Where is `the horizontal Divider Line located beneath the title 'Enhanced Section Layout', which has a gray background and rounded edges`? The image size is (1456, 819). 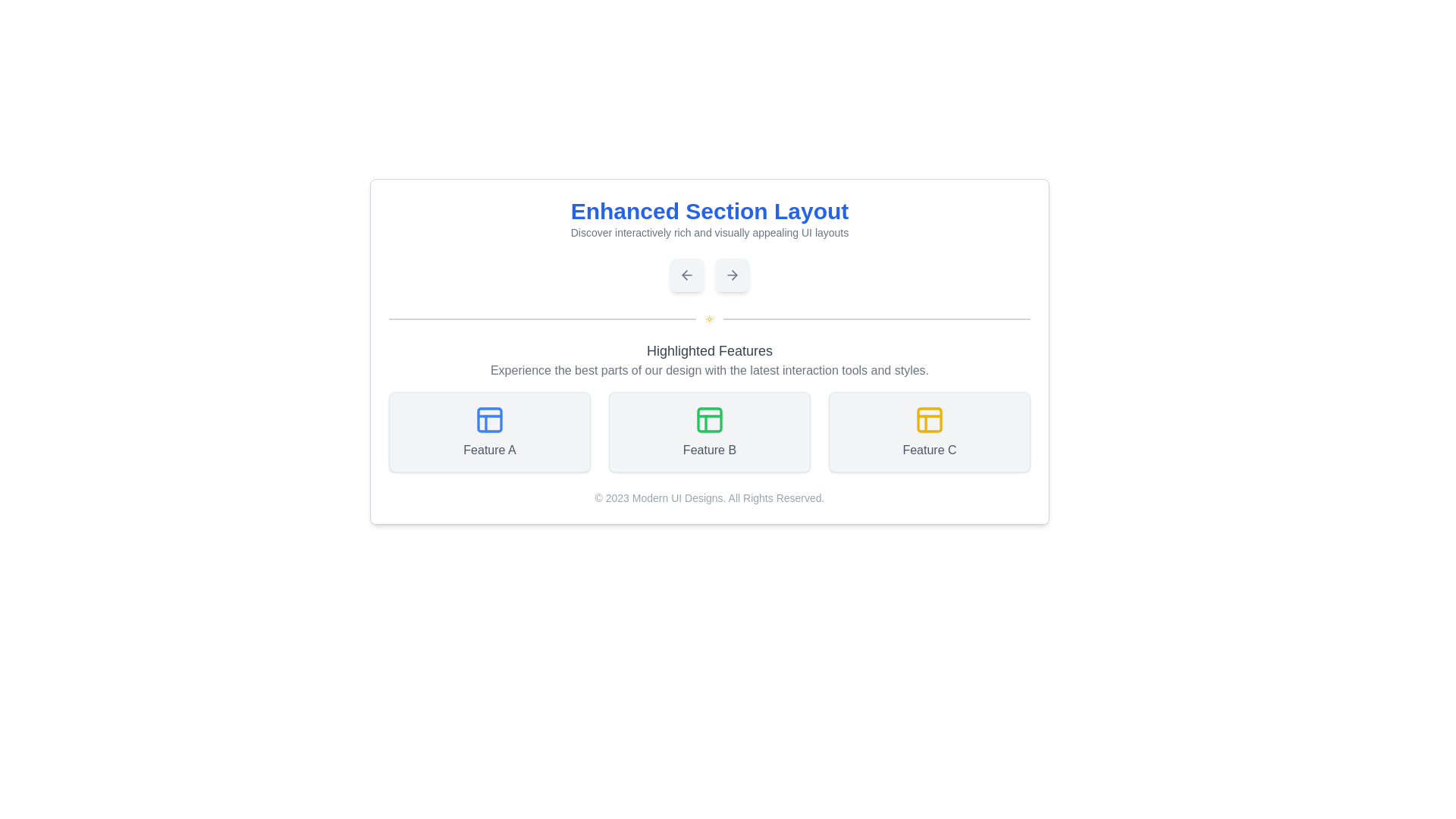
the horizontal Divider Line located beneath the title 'Enhanced Section Layout', which has a gray background and rounded edges is located at coordinates (542, 318).